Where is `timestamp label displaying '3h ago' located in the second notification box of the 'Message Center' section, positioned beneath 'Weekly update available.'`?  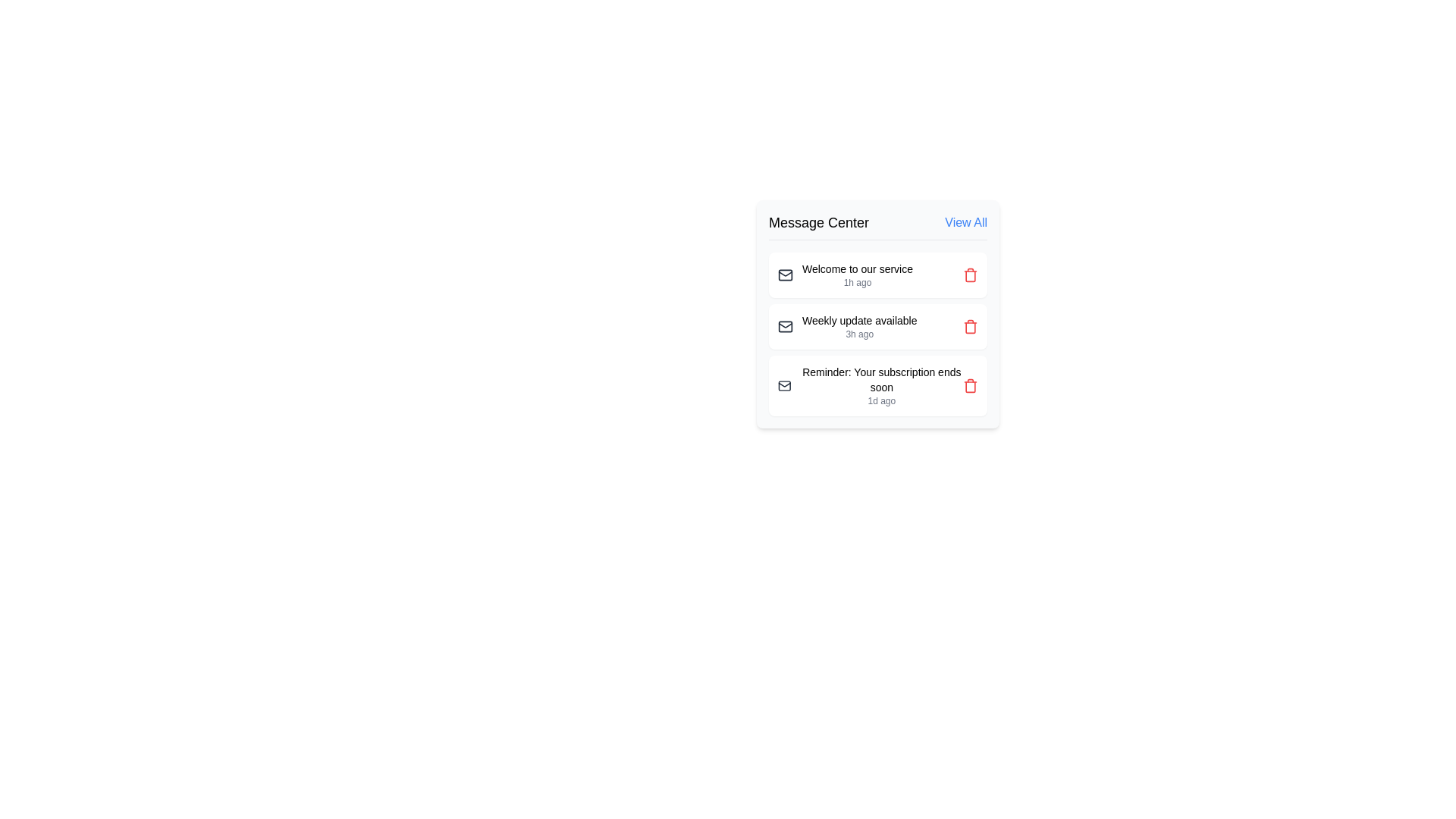 timestamp label displaying '3h ago' located in the second notification box of the 'Message Center' section, positioned beneath 'Weekly update available.' is located at coordinates (859, 333).